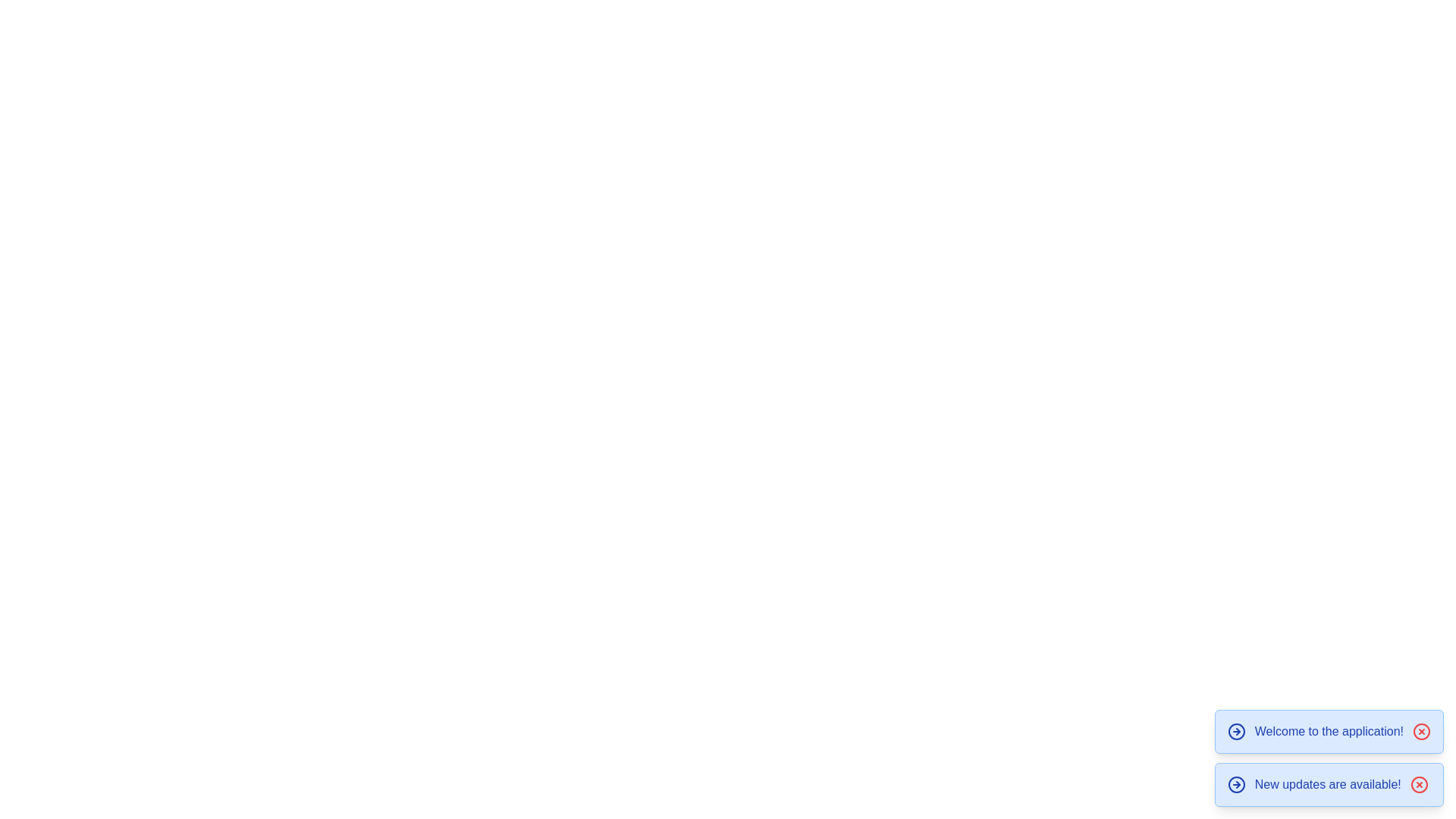 This screenshot has height=819, width=1456. What do you see at coordinates (1327, 784) in the screenshot?
I see `the static text element displaying the message 'New updates are available!' which is styled in blue and located within a blue notification box` at bounding box center [1327, 784].